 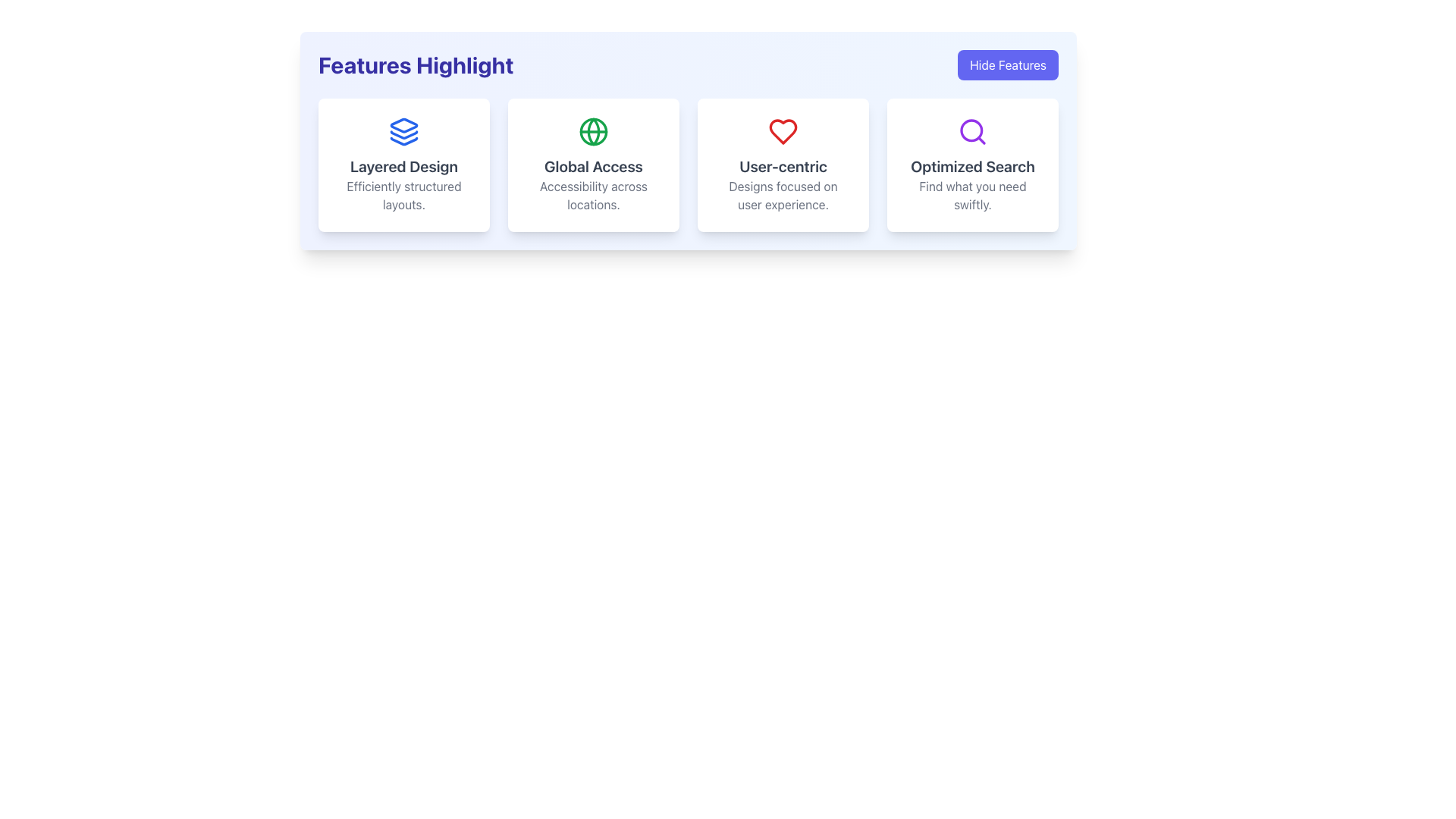 What do you see at coordinates (783, 166) in the screenshot?
I see `the title text element that summarizes the card's content, positioned below the heart icon and above the user experience phrase in the third card of the 'Features Highlight' section` at bounding box center [783, 166].